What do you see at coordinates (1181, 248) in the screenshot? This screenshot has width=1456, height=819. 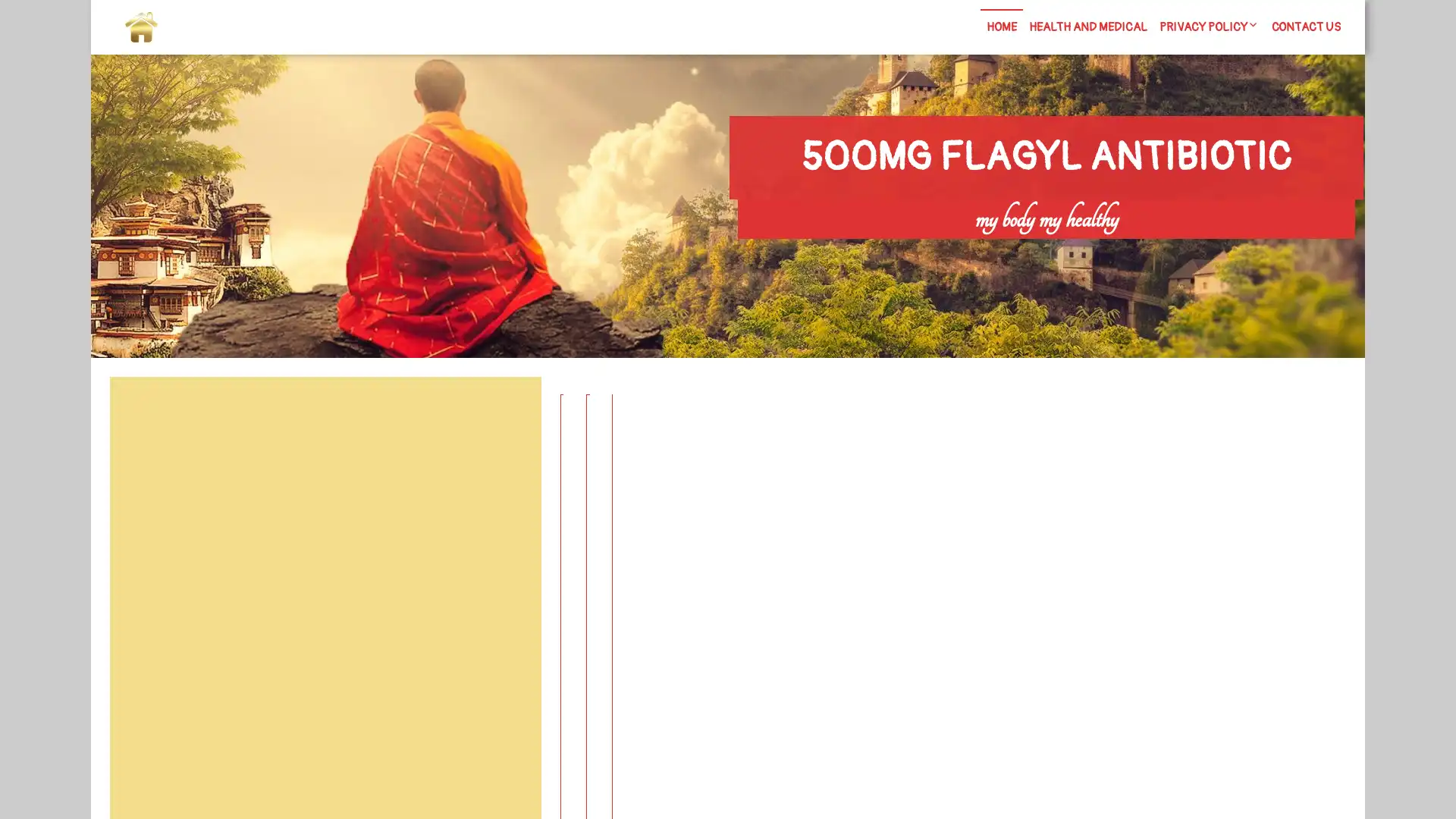 I see `Search` at bounding box center [1181, 248].